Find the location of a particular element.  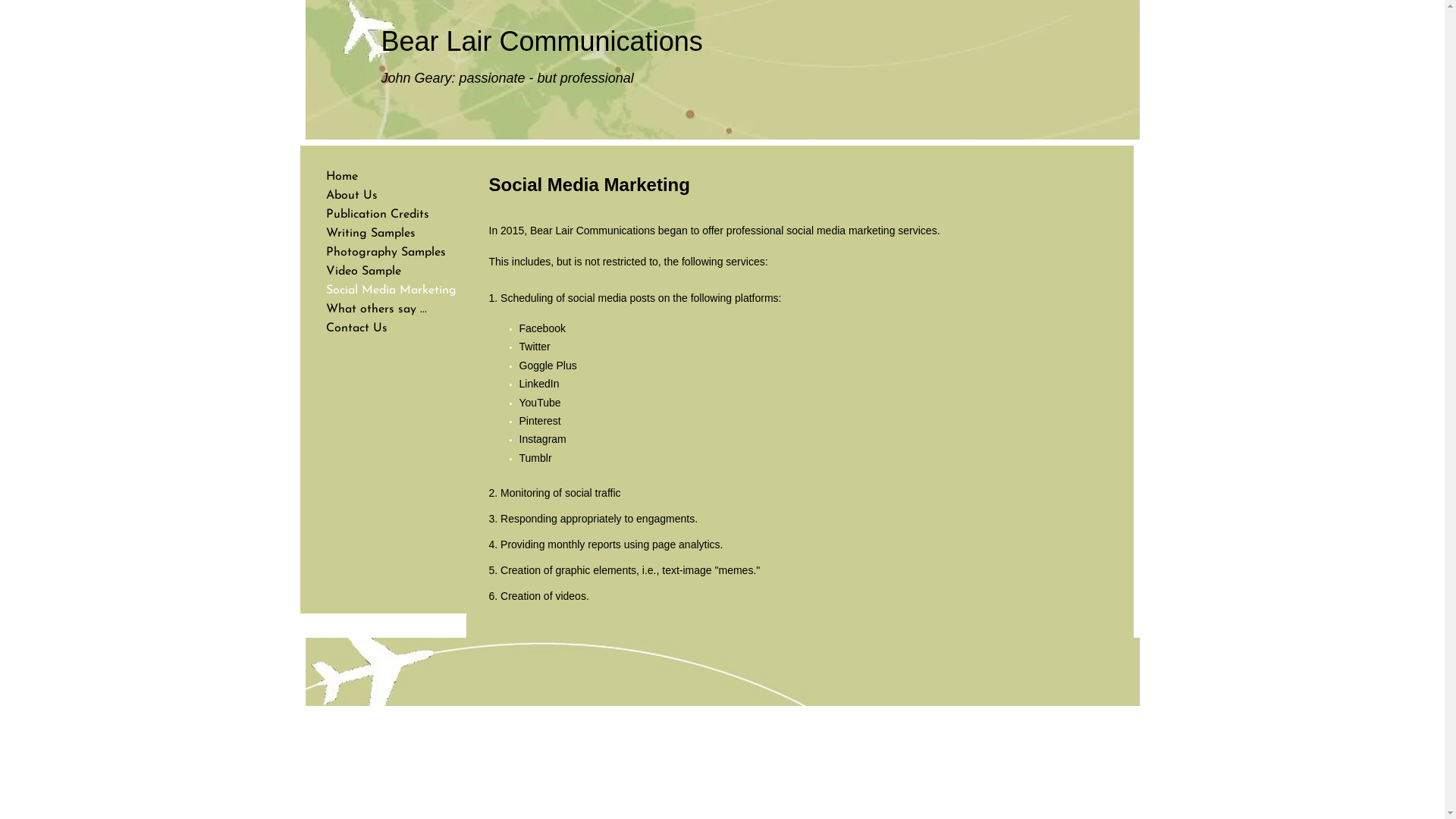

'Writing Samples' is located at coordinates (371, 234).